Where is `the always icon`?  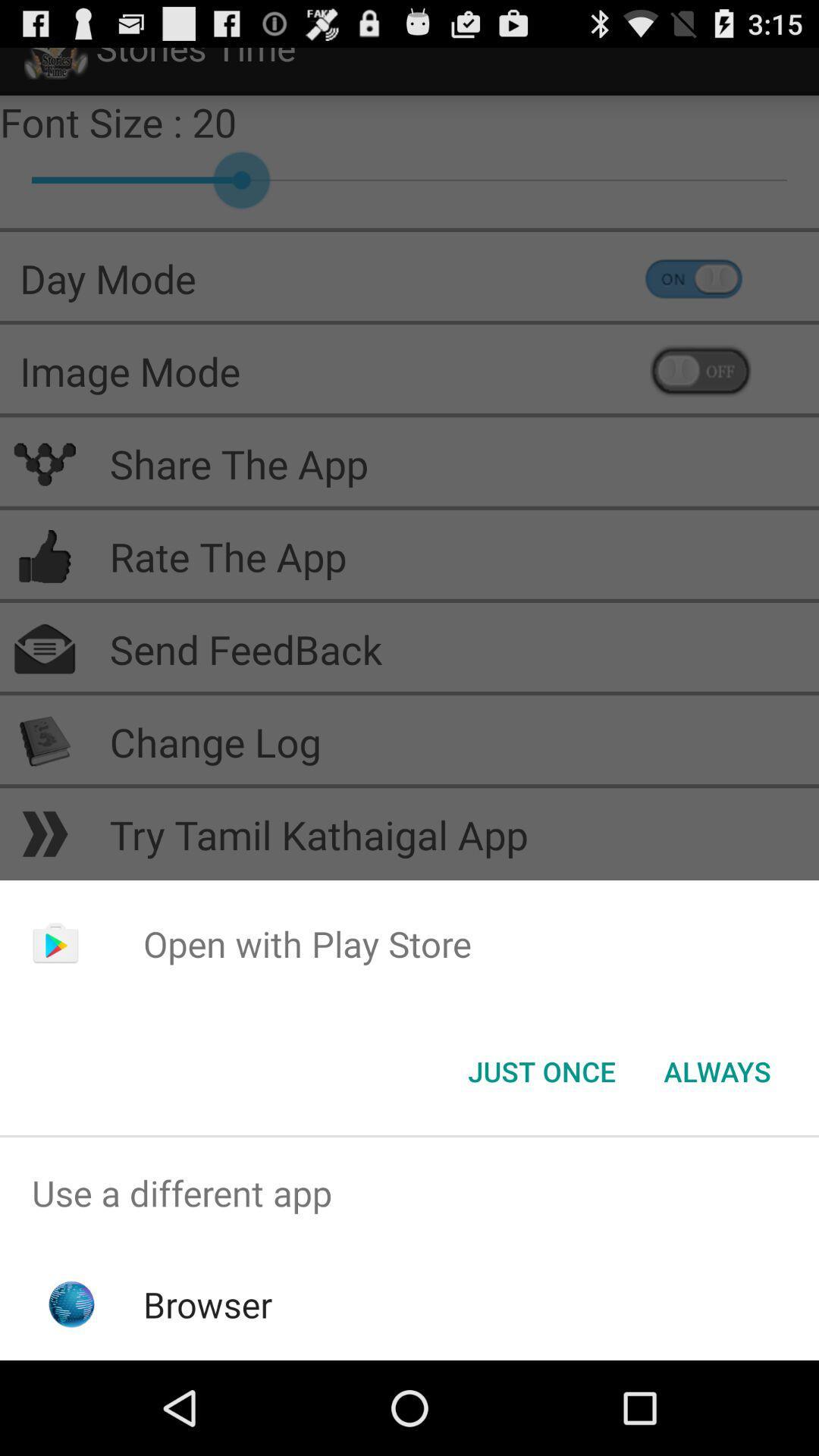 the always icon is located at coordinates (717, 1070).